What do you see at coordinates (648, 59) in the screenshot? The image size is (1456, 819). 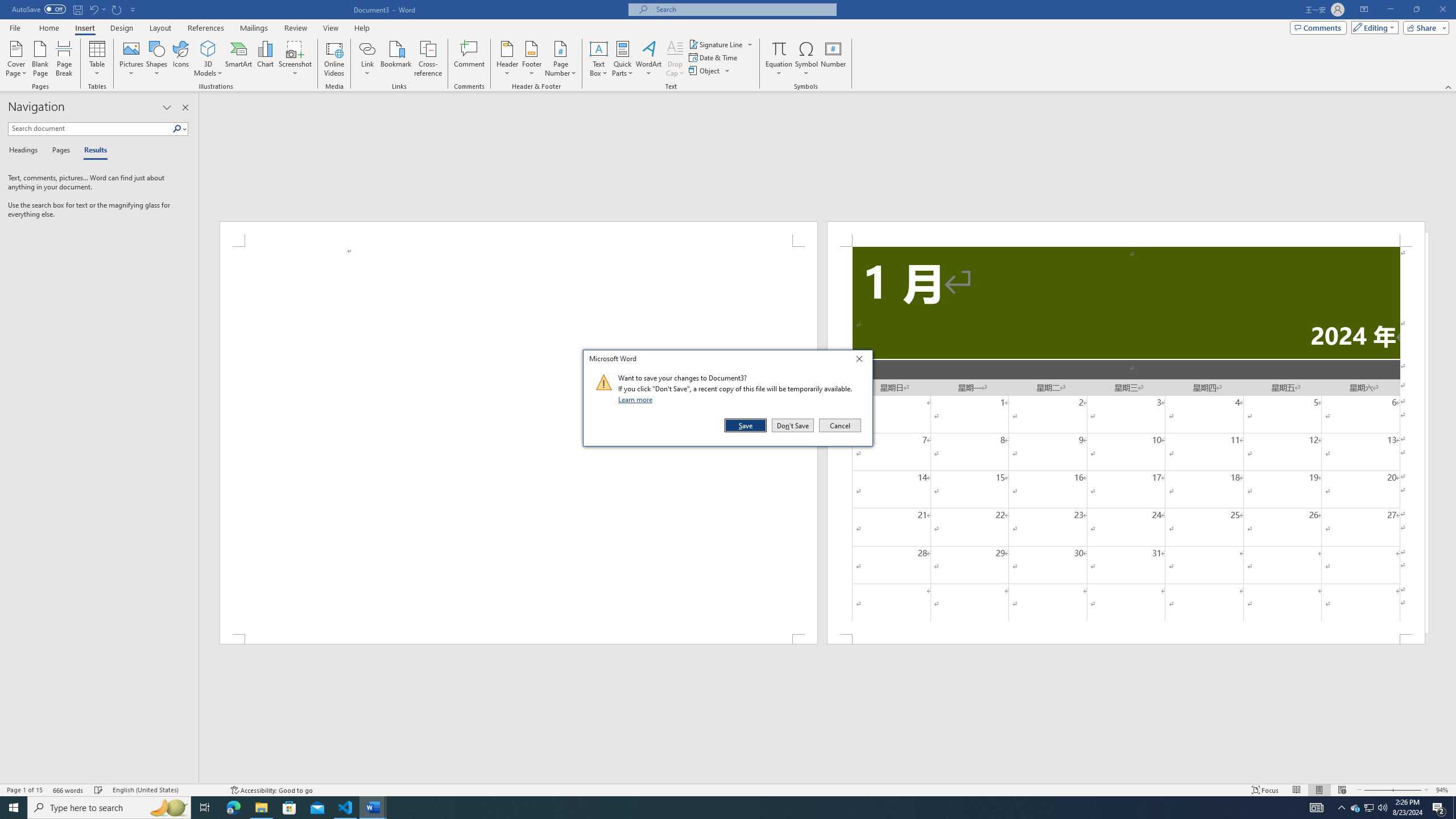 I see `'WordArt'` at bounding box center [648, 59].